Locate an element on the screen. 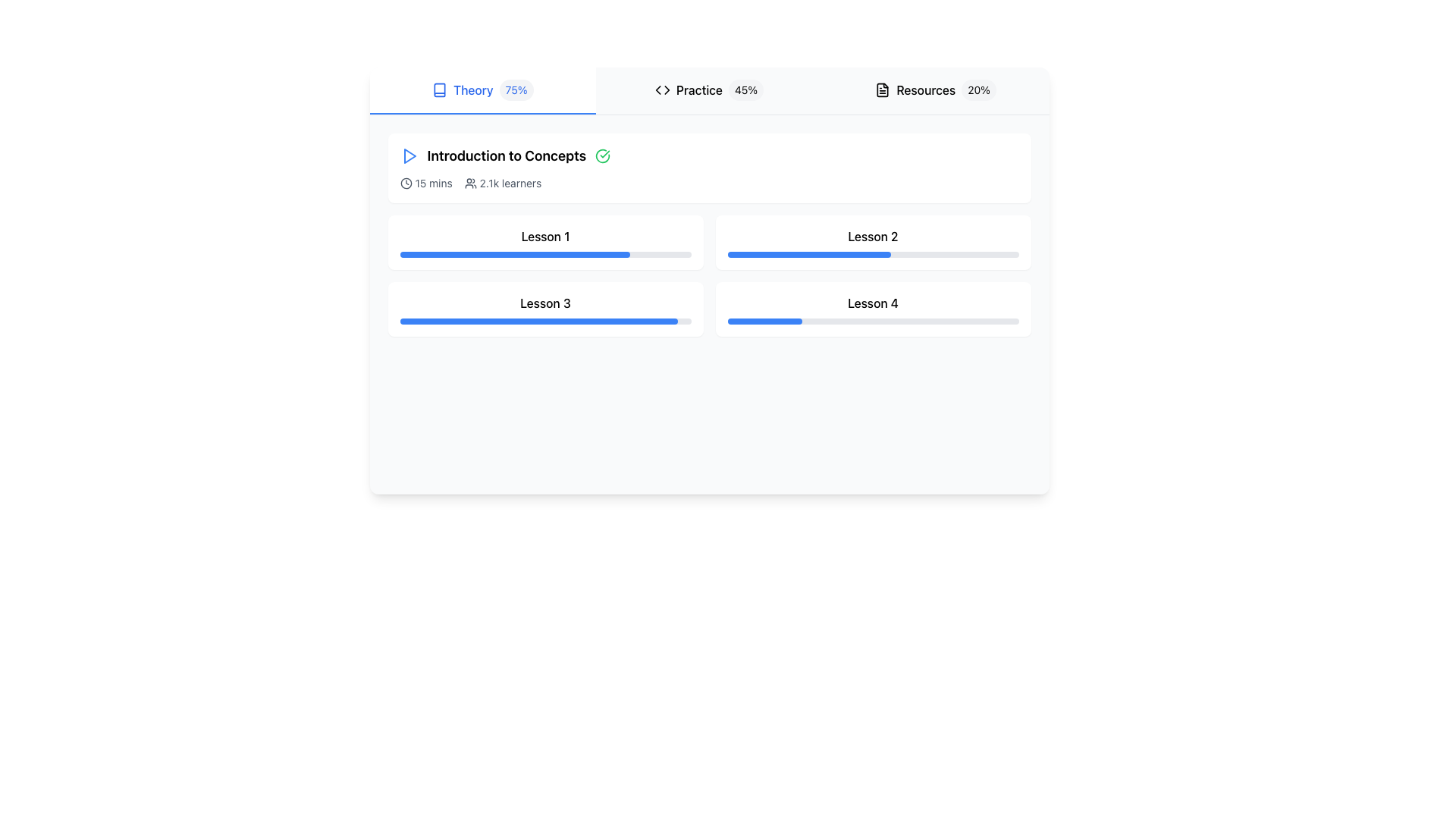 The image size is (1456, 819). the label displaying '75%' with a gray background located in the 'Theory' tab section, positioned between the 'Theory' and 'Practice' navigation tabs is located at coordinates (516, 90).